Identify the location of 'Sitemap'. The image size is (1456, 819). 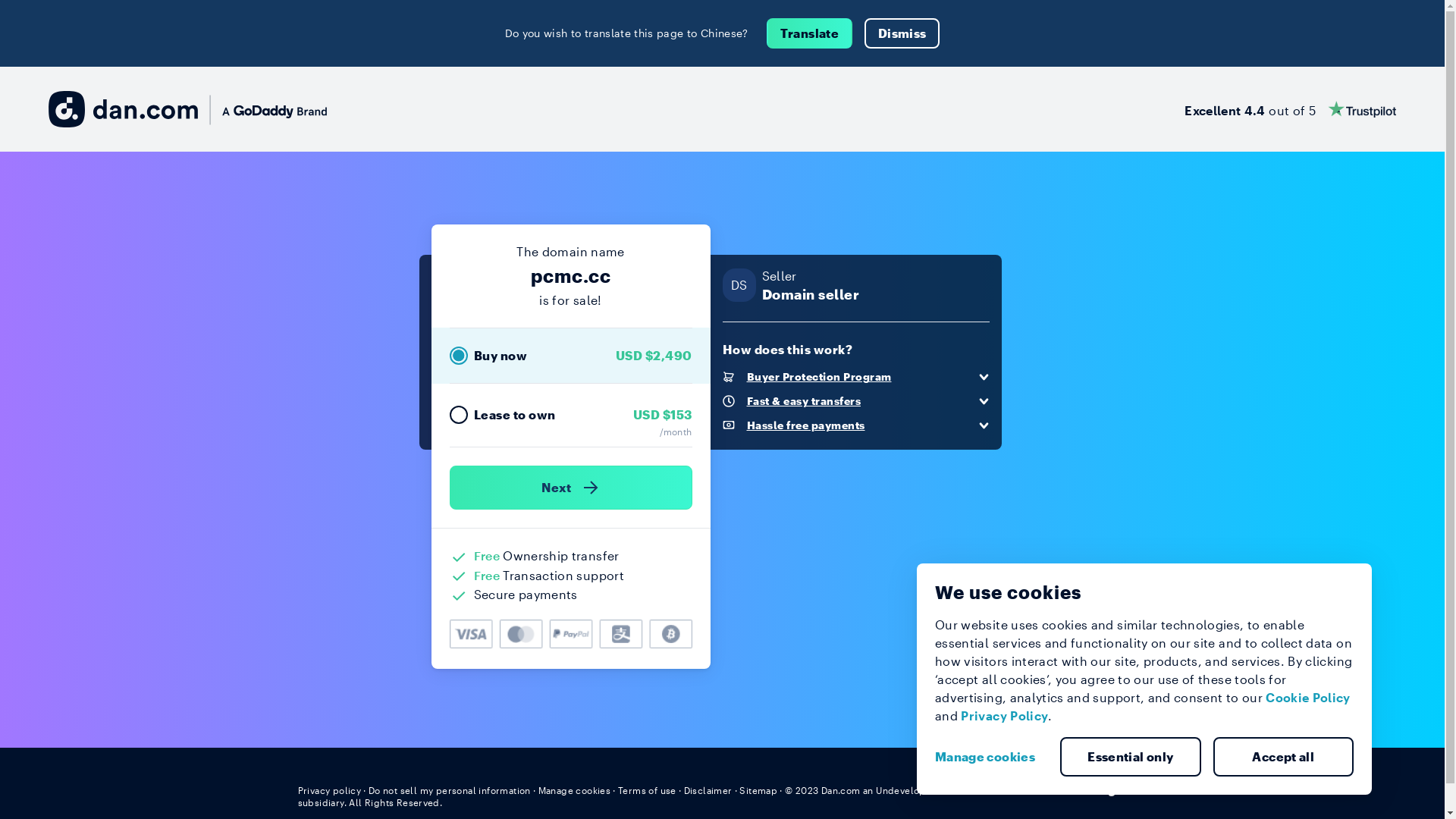
(758, 789).